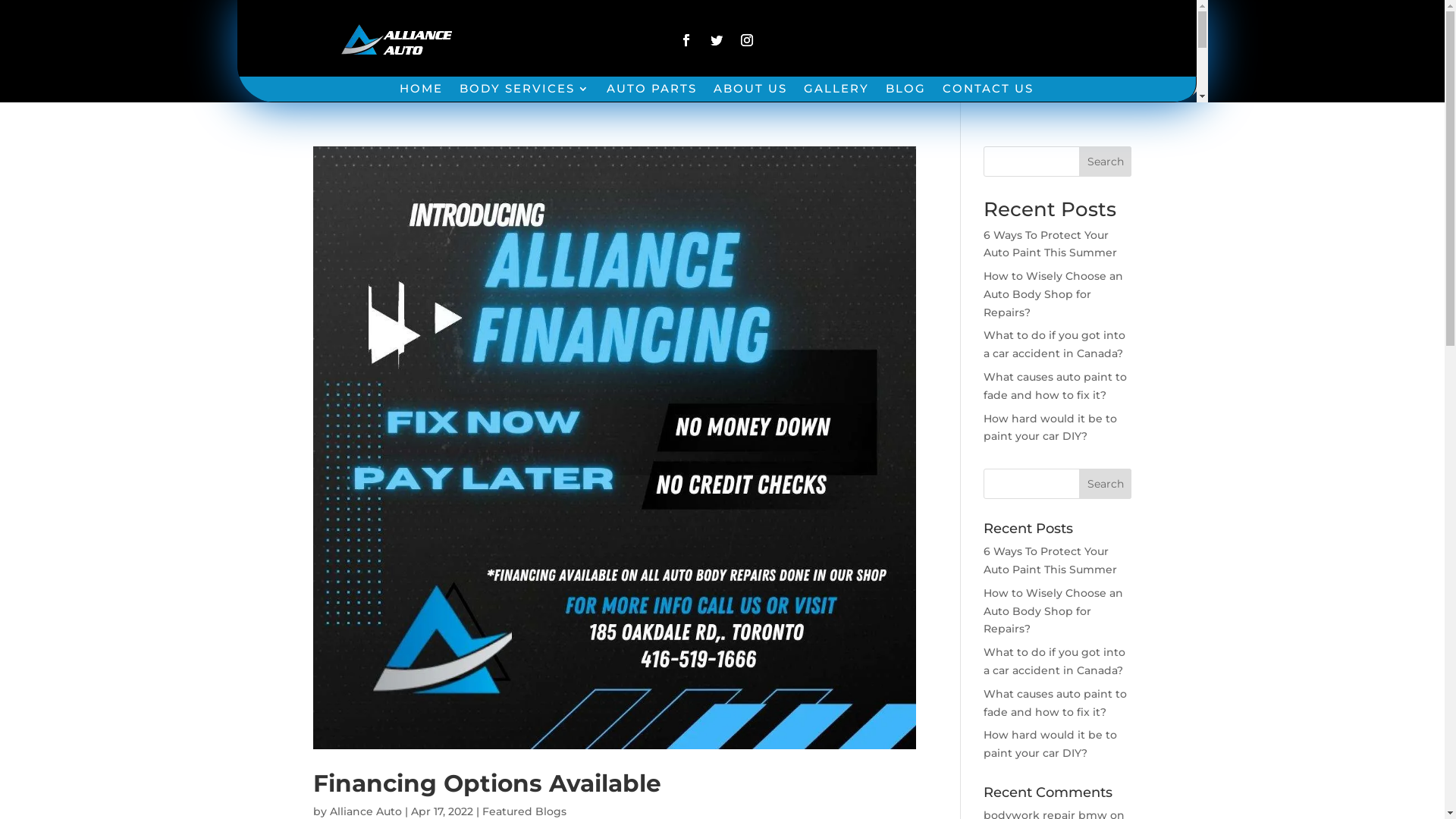 The image size is (1456, 819). What do you see at coordinates (716, 39) in the screenshot?
I see `'Follow on Twitter'` at bounding box center [716, 39].